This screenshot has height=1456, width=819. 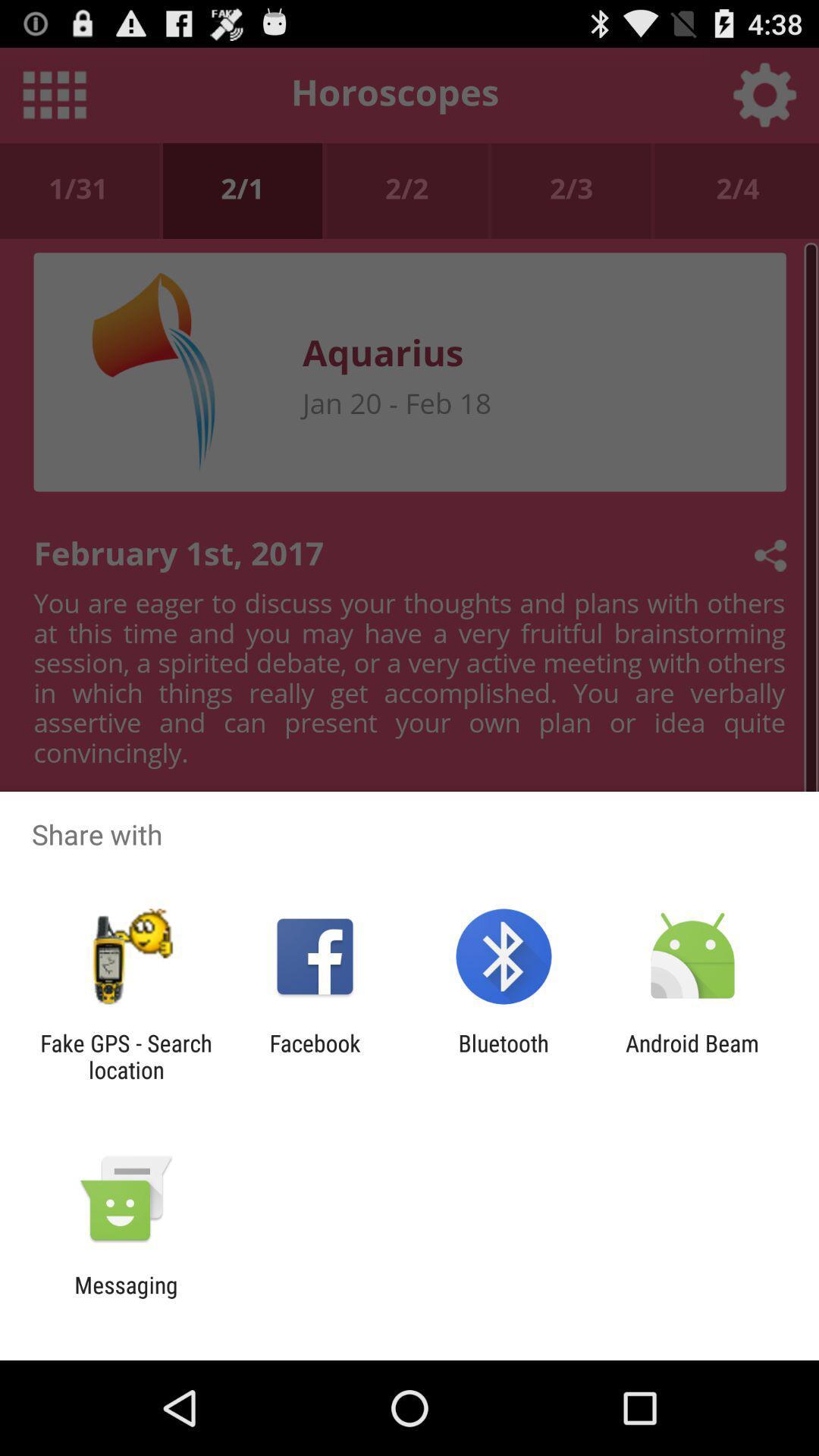 What do you see at coordinates (125, 1056) in the screenshot?
I see `fake gps search icon` at bounding box center [125, 1056].